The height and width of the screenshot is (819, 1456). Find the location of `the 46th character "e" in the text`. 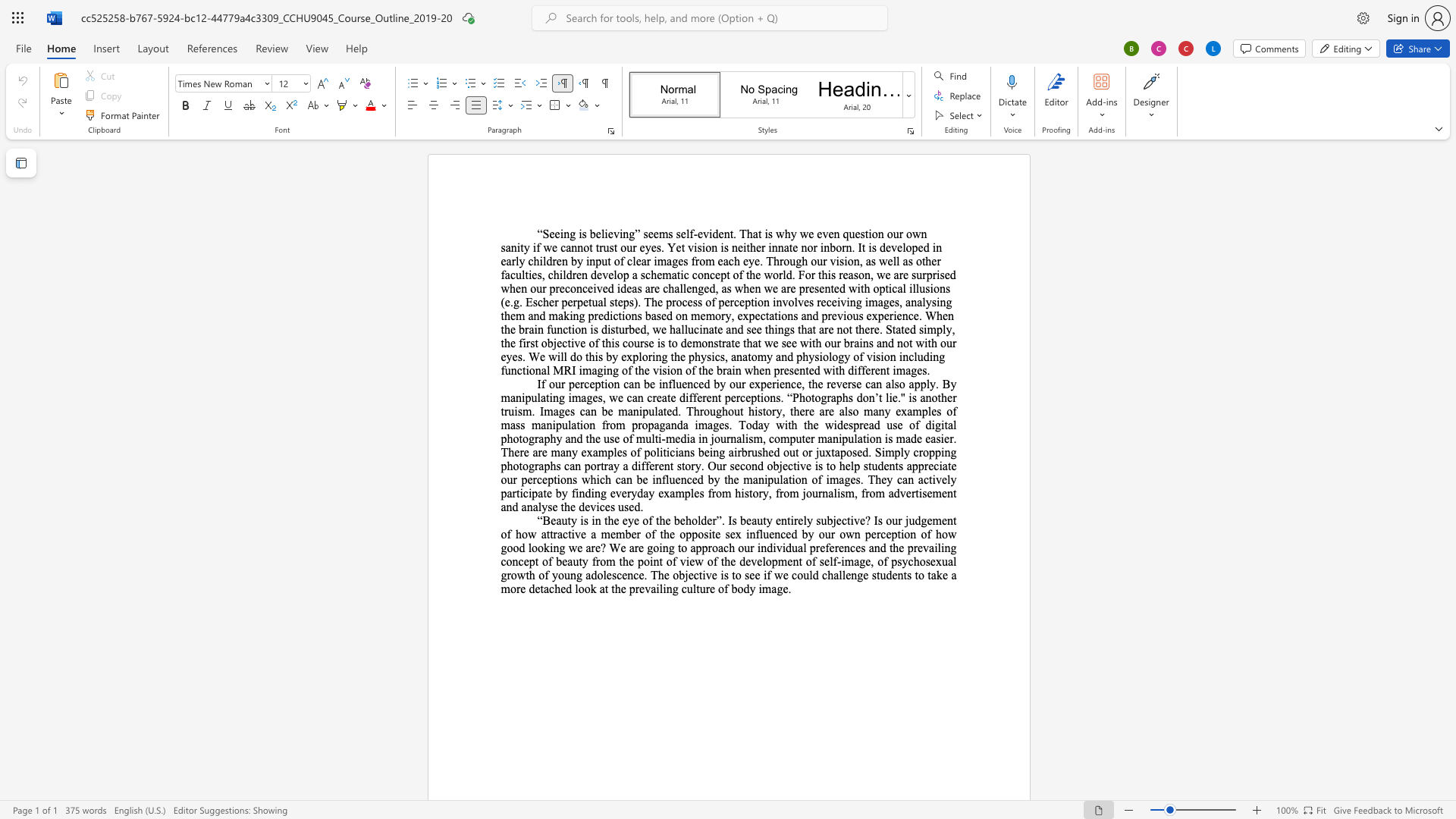

the 46th character "e" in the text is located at coordinates (609, 575).